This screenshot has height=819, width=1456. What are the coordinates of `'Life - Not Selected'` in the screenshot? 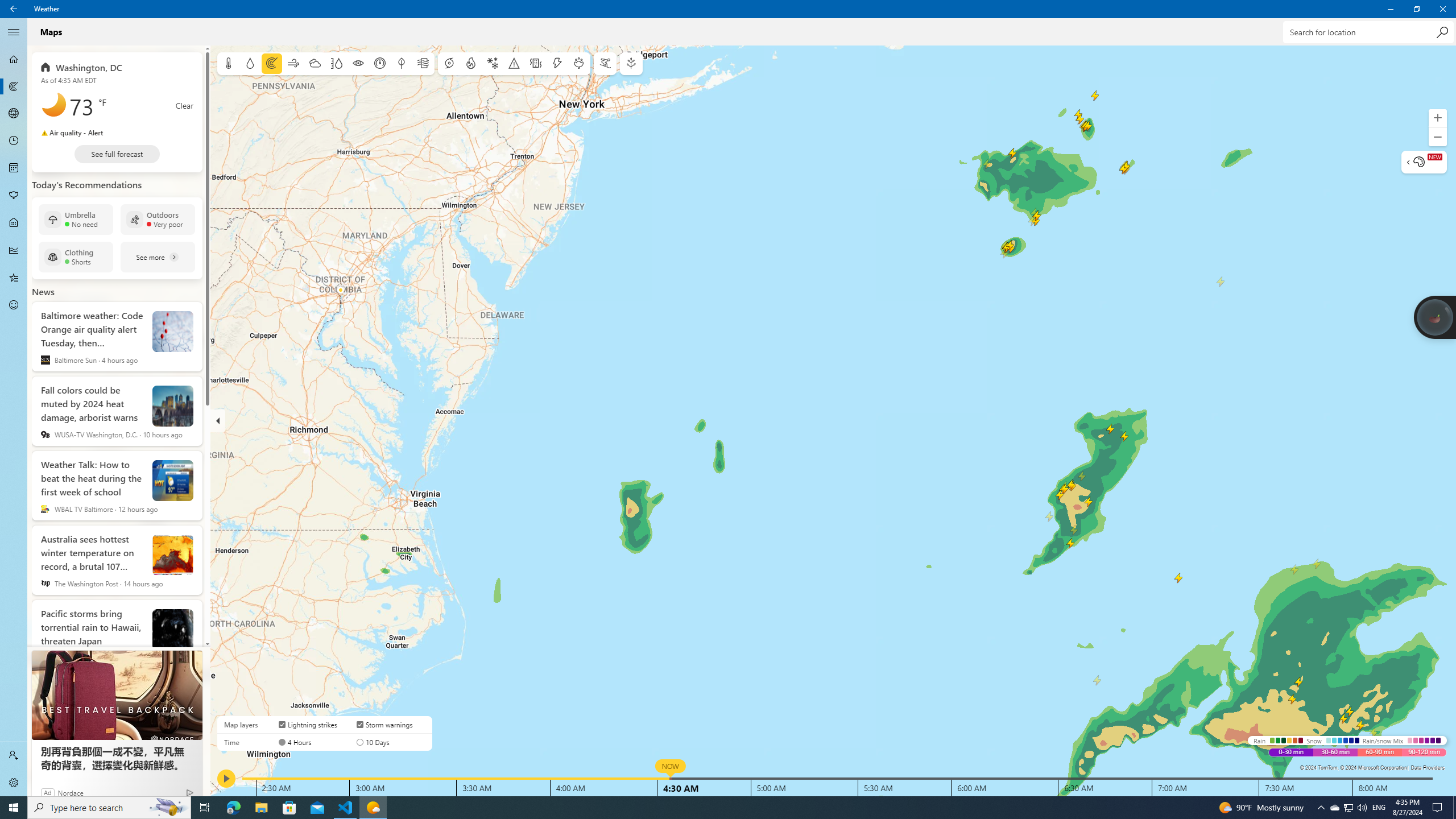 It's located at (14, 222).